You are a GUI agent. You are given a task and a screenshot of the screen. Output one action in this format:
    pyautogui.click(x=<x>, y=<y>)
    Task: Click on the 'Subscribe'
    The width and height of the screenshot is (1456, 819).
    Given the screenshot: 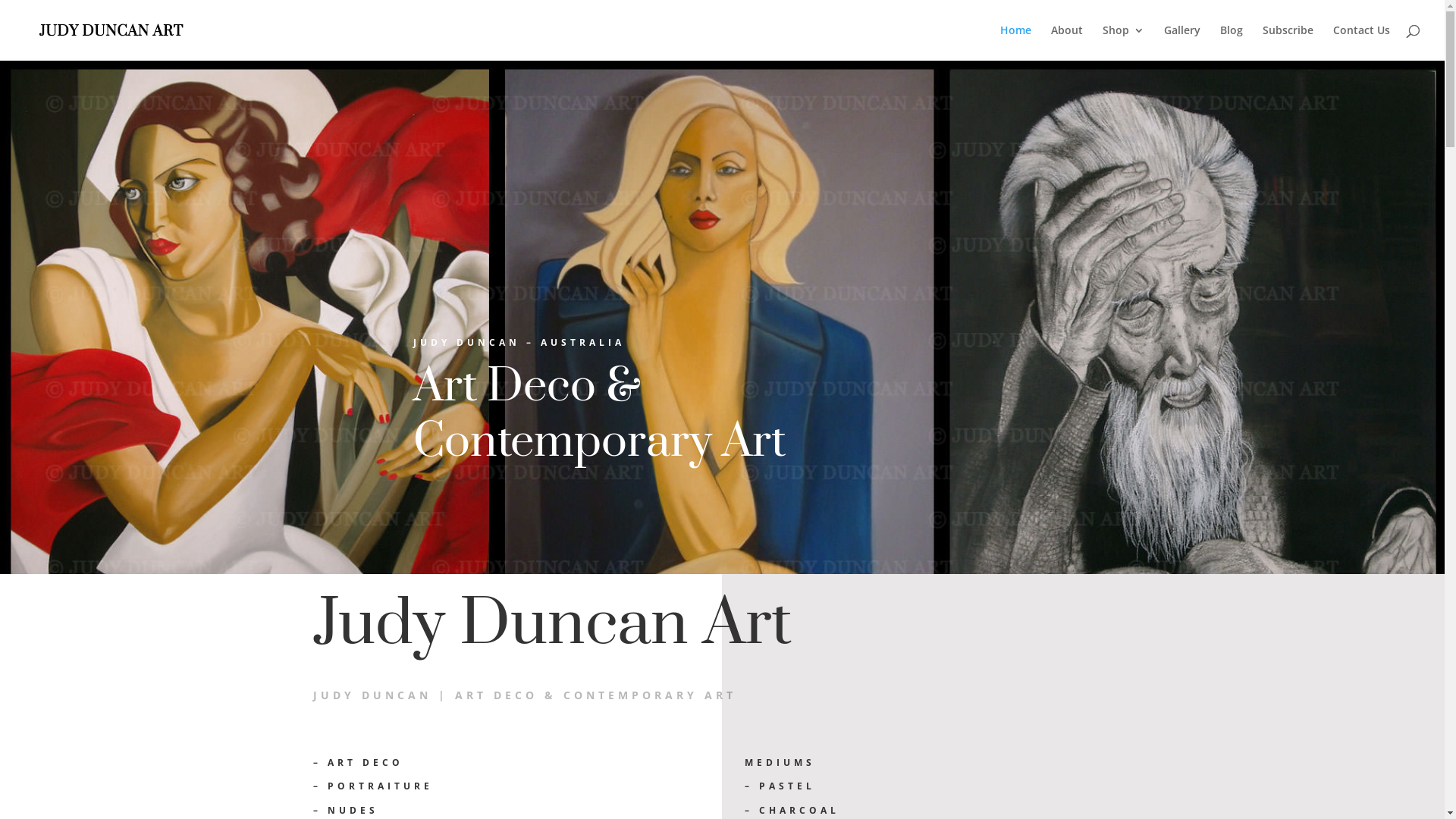 What is the action you would take?
    pyautogui.click(x=1287, y=42)
    